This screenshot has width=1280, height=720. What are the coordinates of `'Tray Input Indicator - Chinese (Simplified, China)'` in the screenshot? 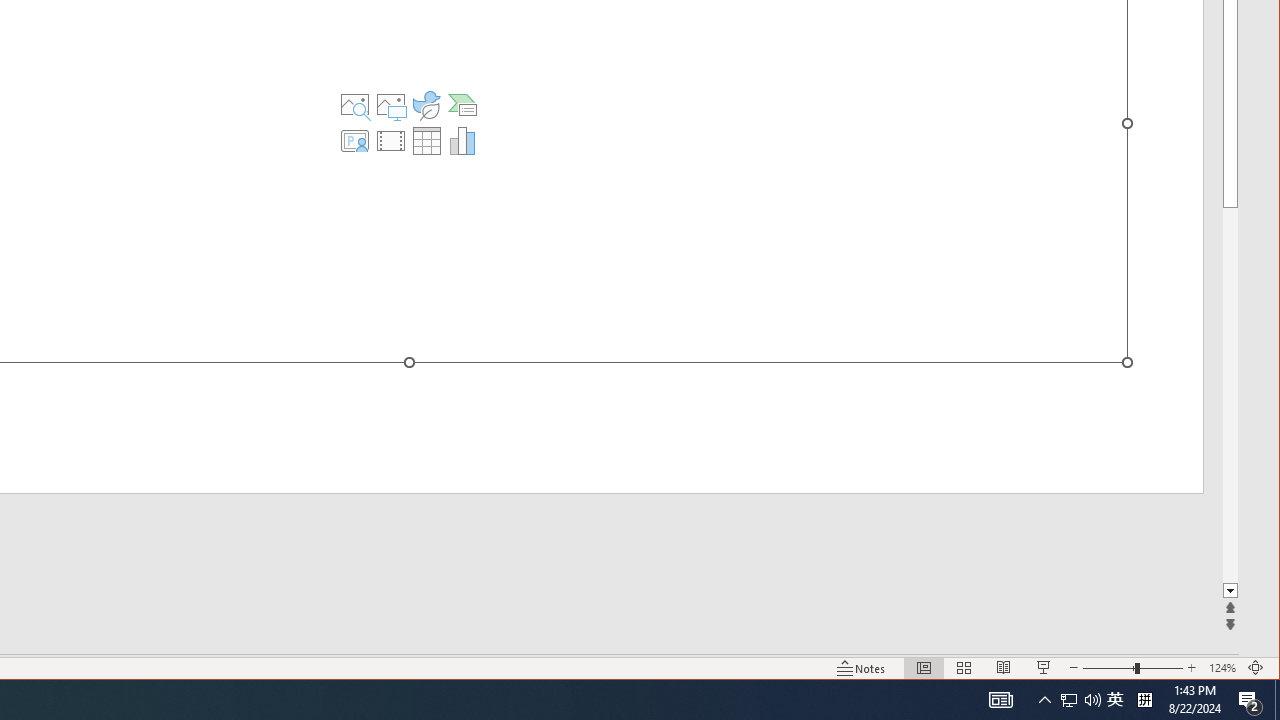 It's located at (1144, 698).